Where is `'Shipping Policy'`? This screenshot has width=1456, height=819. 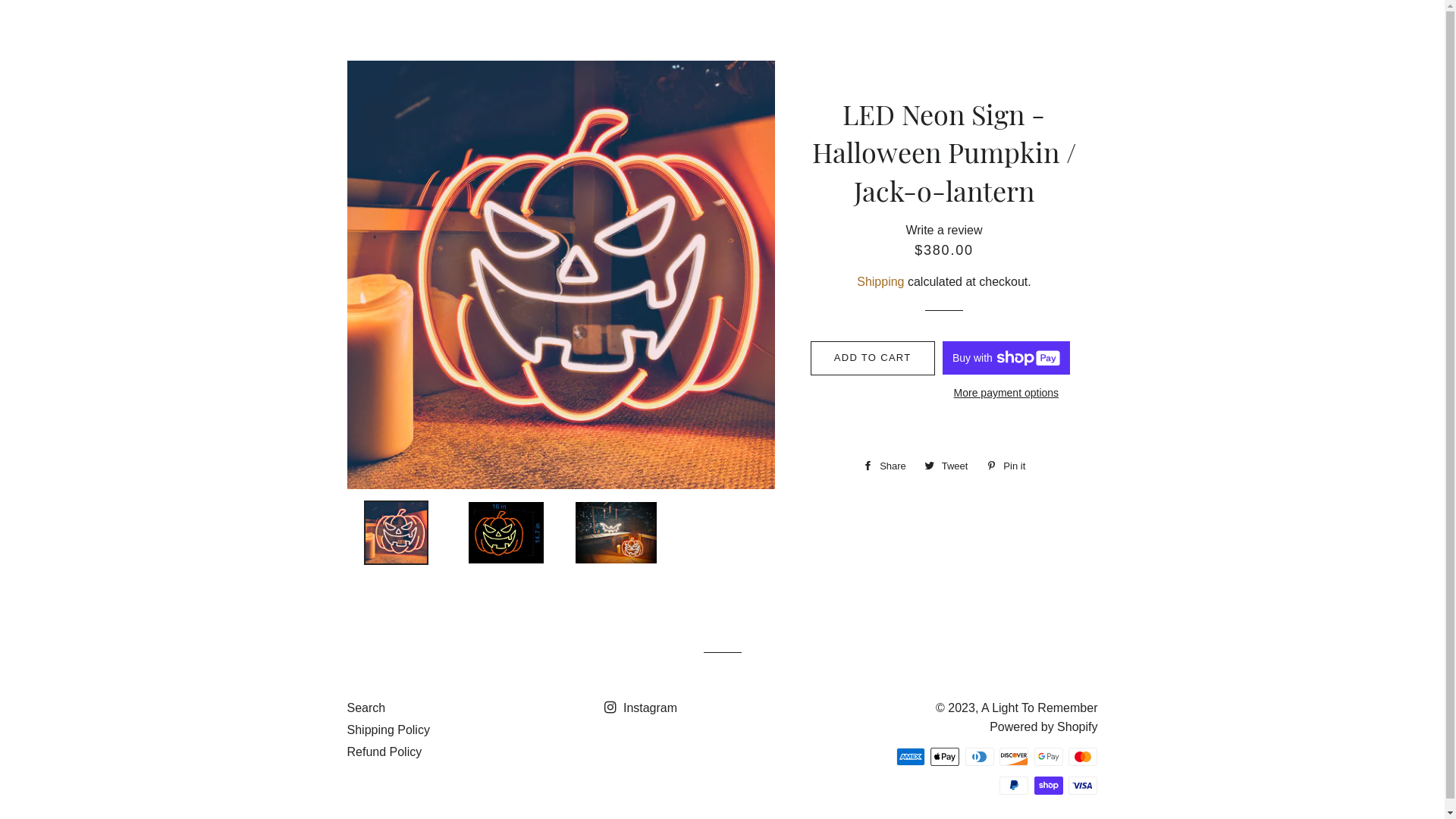 'Shipping Policy' is located at coordinates (388, 729).